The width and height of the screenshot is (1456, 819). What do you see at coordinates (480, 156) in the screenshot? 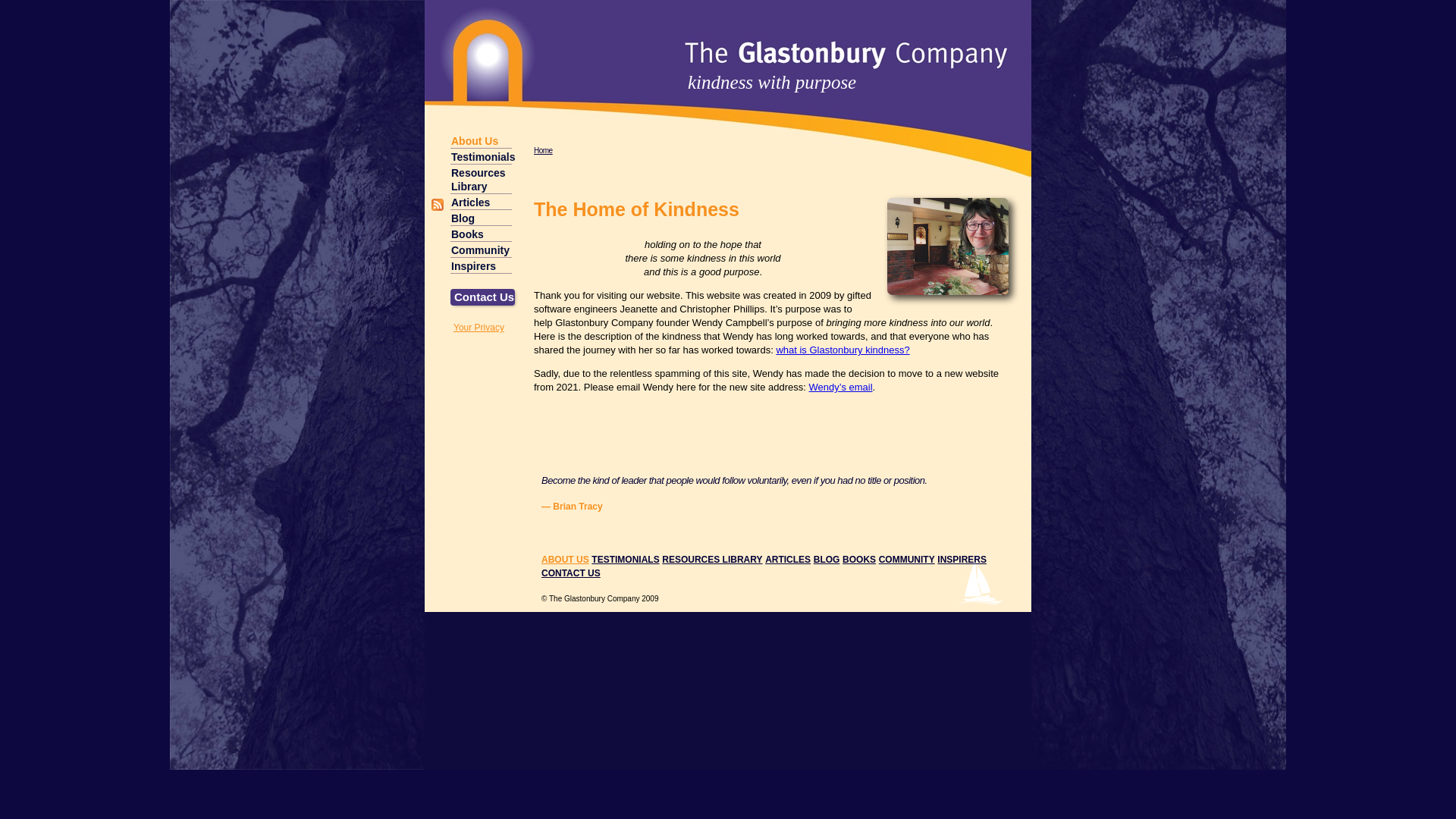
I see `'Testimonials'` at bounding box center [480, 156].